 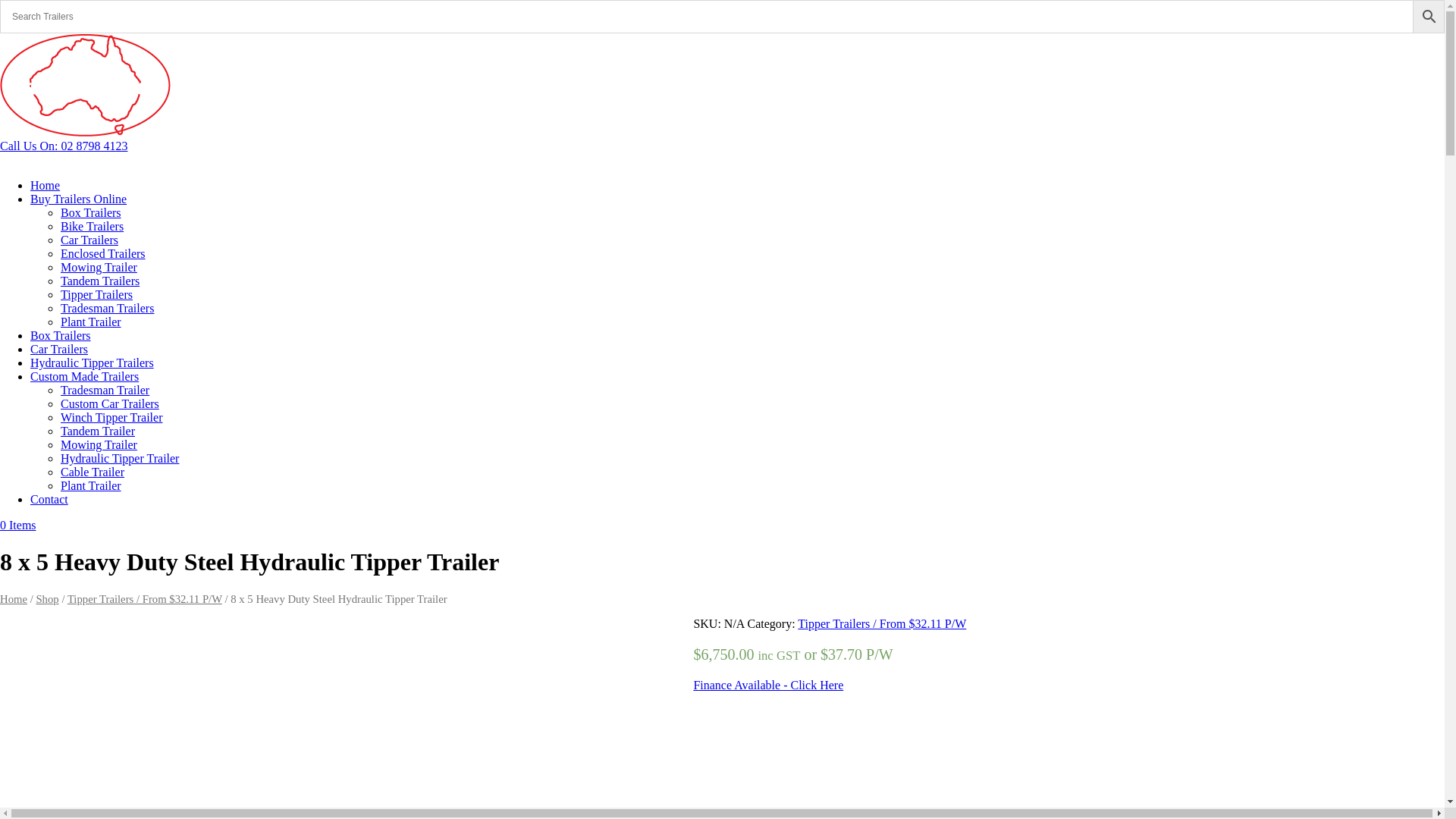 I want to click on 'Custom Made Trailers', so click(x=30, y=375).